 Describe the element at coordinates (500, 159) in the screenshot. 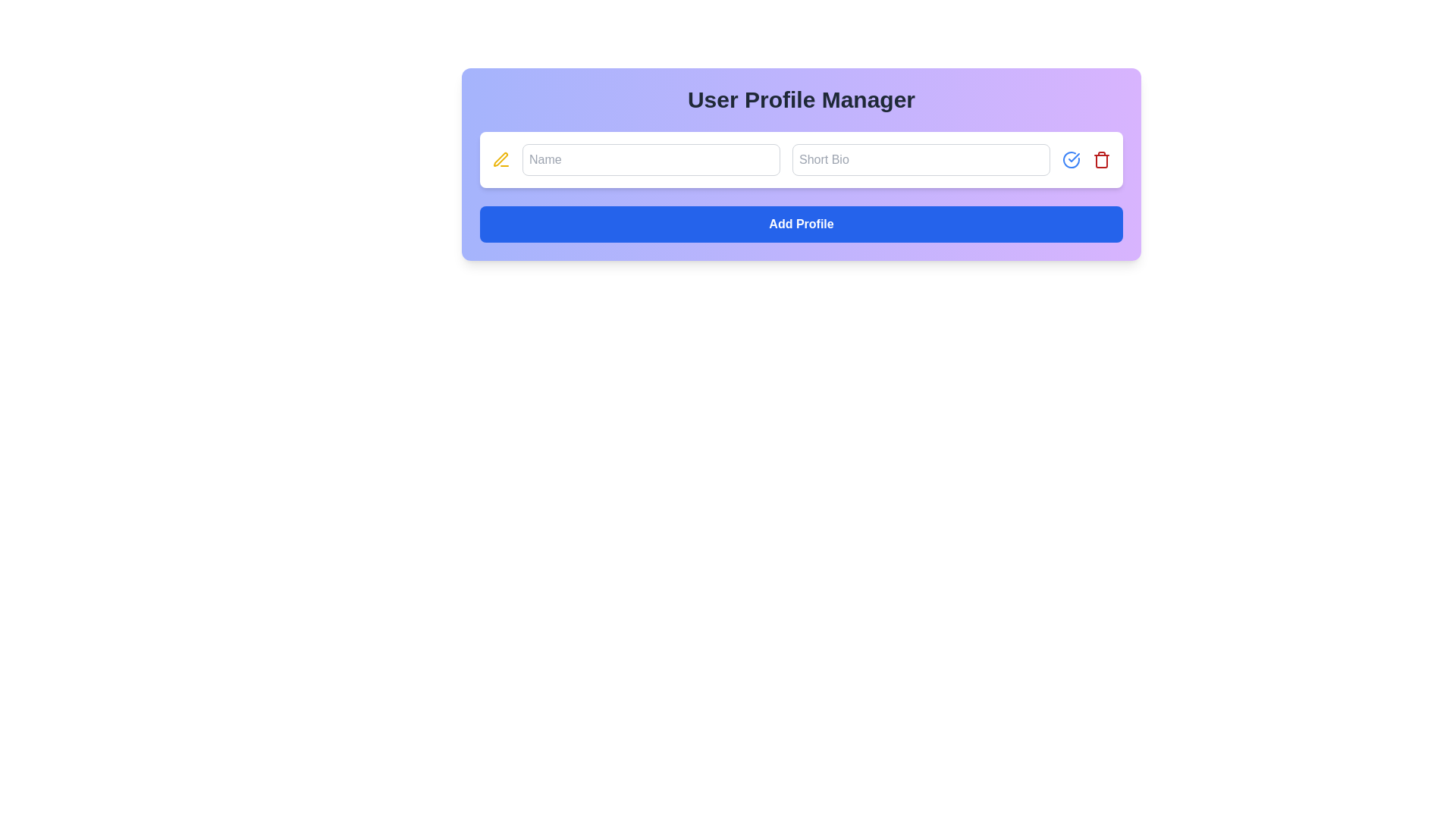

I see `the pen icon graphic, which is a decorative element to symbolize editing, located to the left of the 'Name' input field in the profile manager interface` at that location.